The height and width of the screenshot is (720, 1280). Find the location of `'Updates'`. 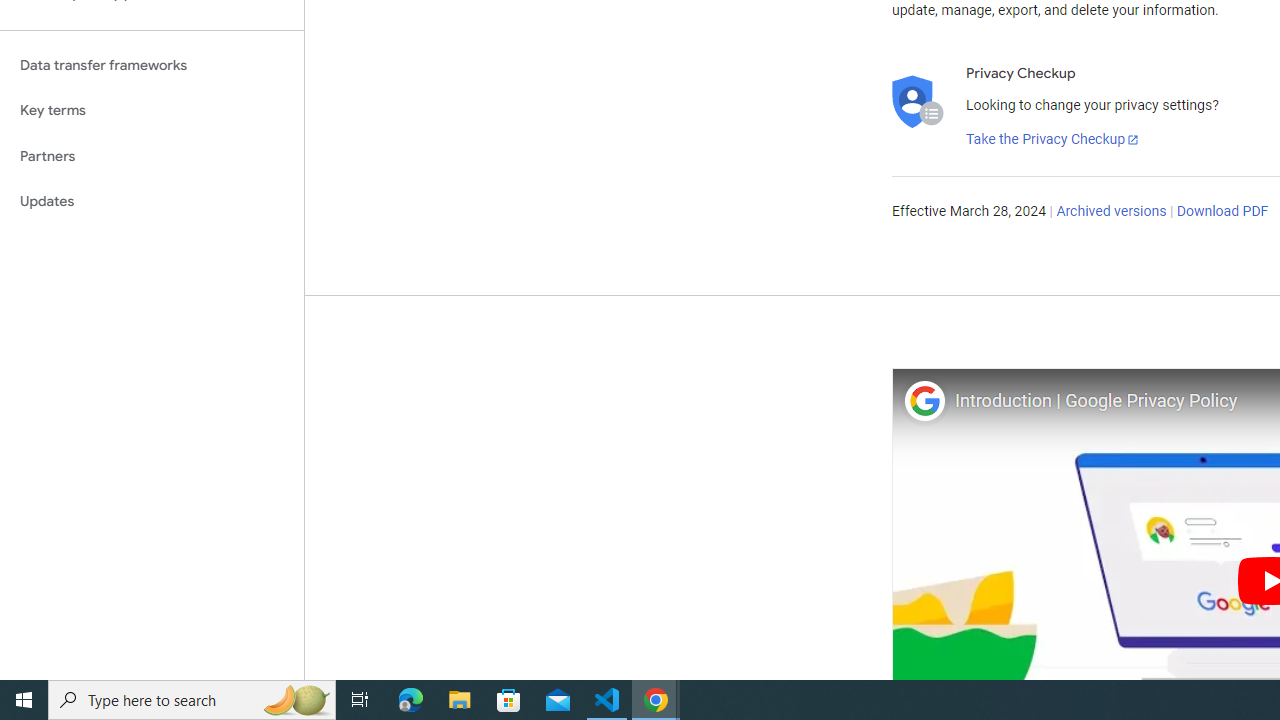

'Updates' is located at coordinates (151, 201).